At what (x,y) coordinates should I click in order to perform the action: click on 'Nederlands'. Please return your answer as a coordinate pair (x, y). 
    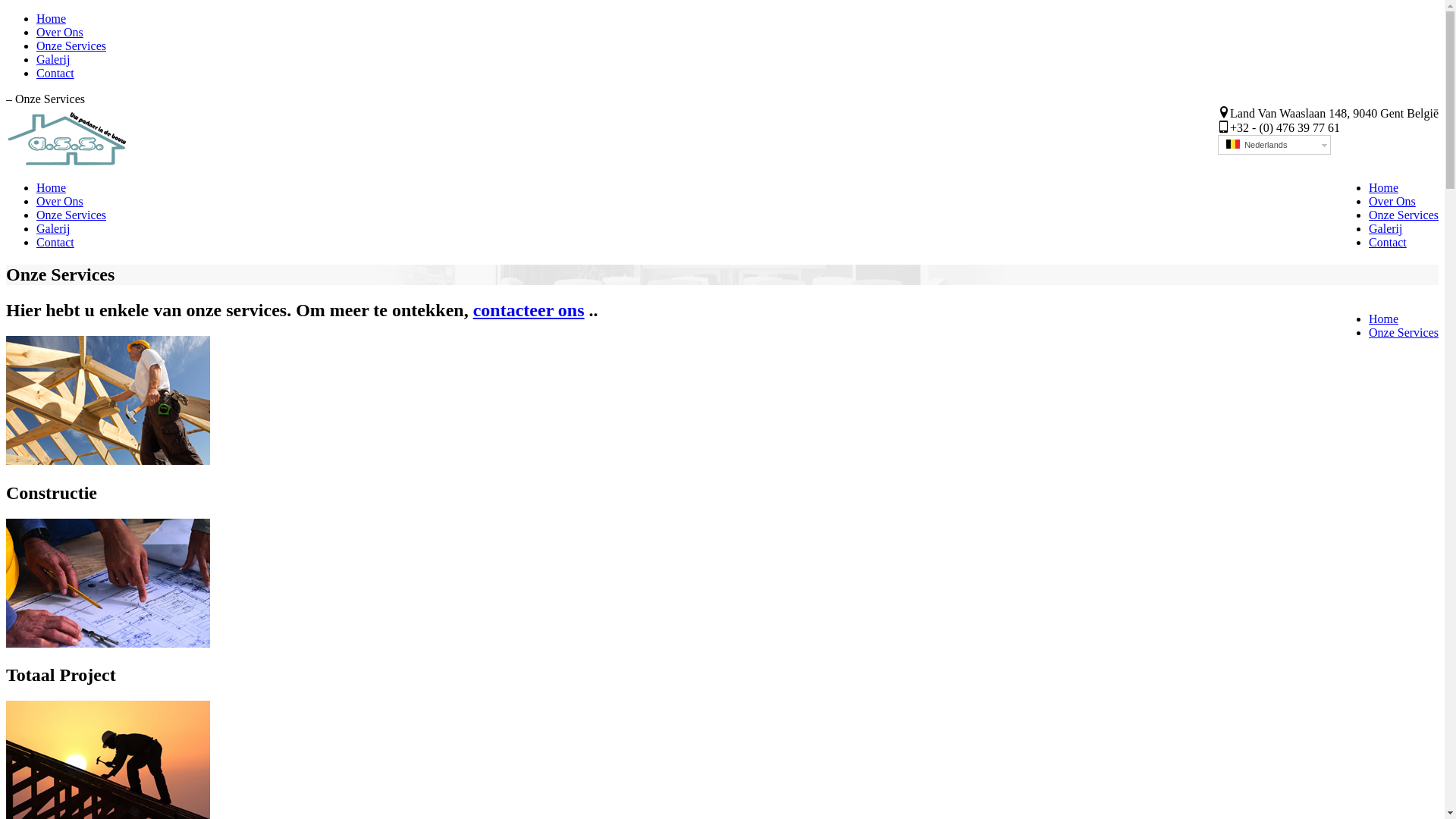
    Looking at the image, I should click on (1233, 143).